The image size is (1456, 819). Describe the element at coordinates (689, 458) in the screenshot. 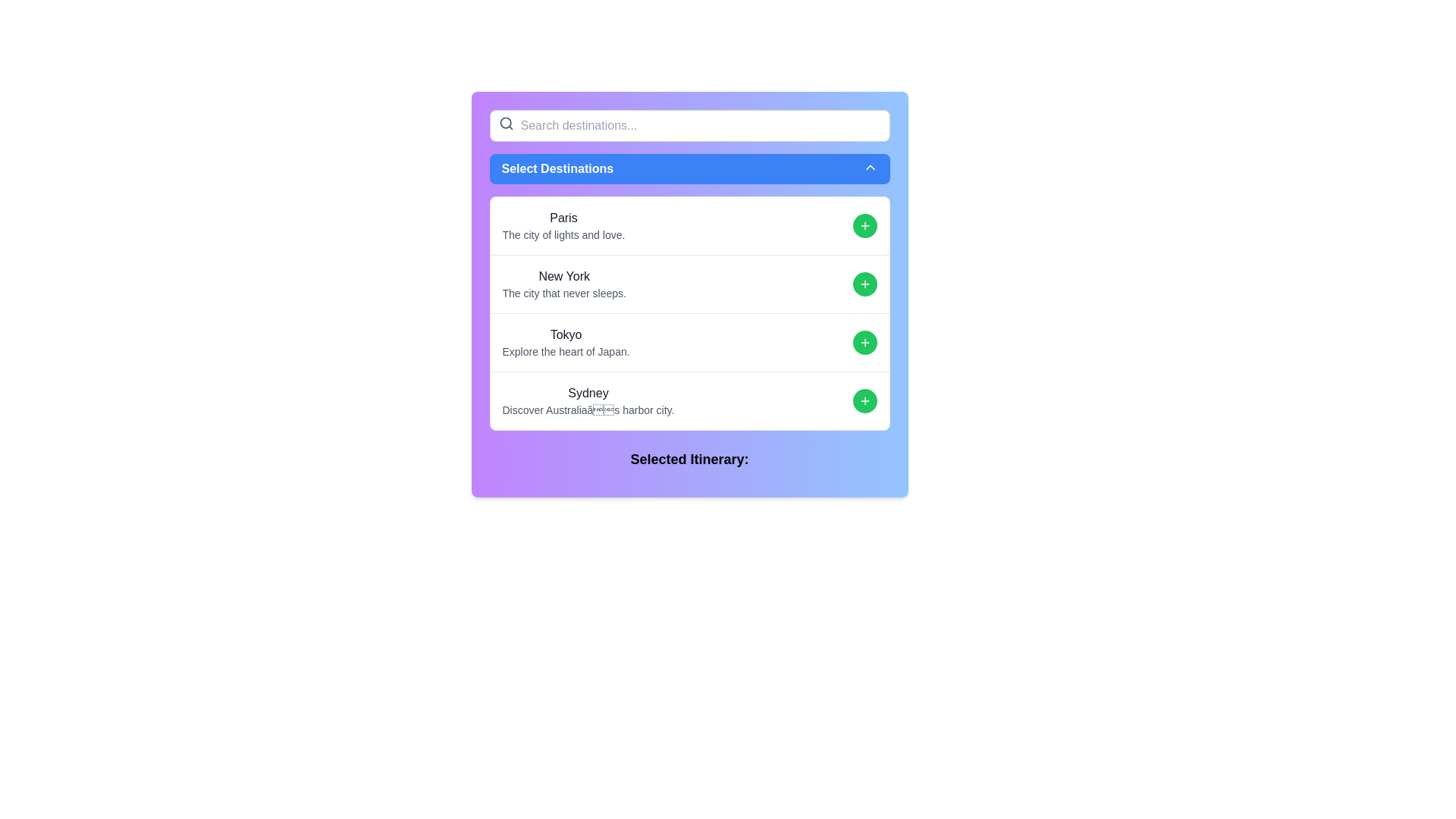

I see `the label displaying 'Selected Itinerary:', which is styled with a large, bold font and positioned at the bottom of the interface, below the list of selectable options` at that location.